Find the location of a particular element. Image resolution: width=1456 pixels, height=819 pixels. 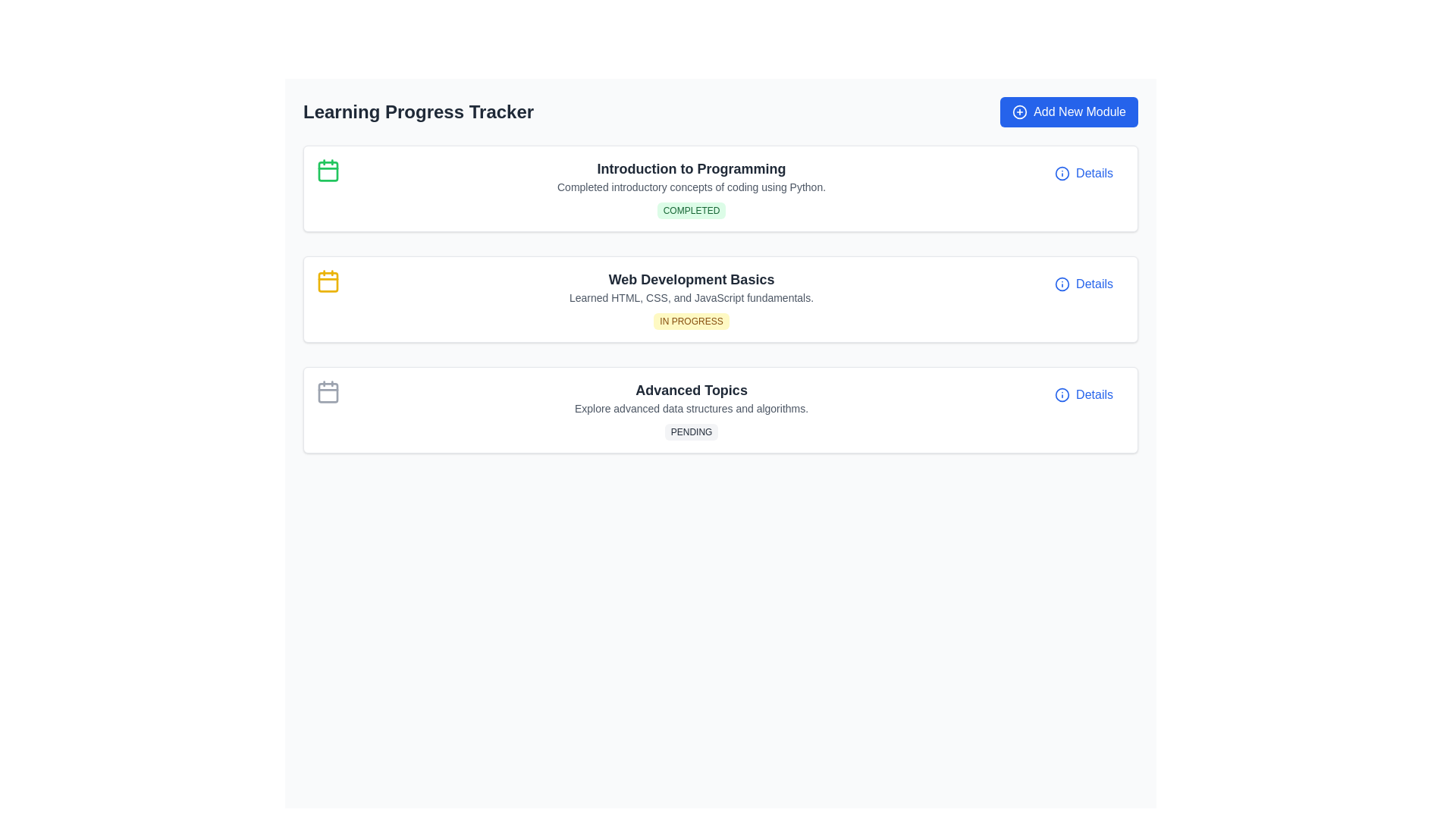

the status indicator located at the bottom-right section of the card titled 'Introduction to Programming', which signifies the completion of the module is located at coordinates (691, 210).